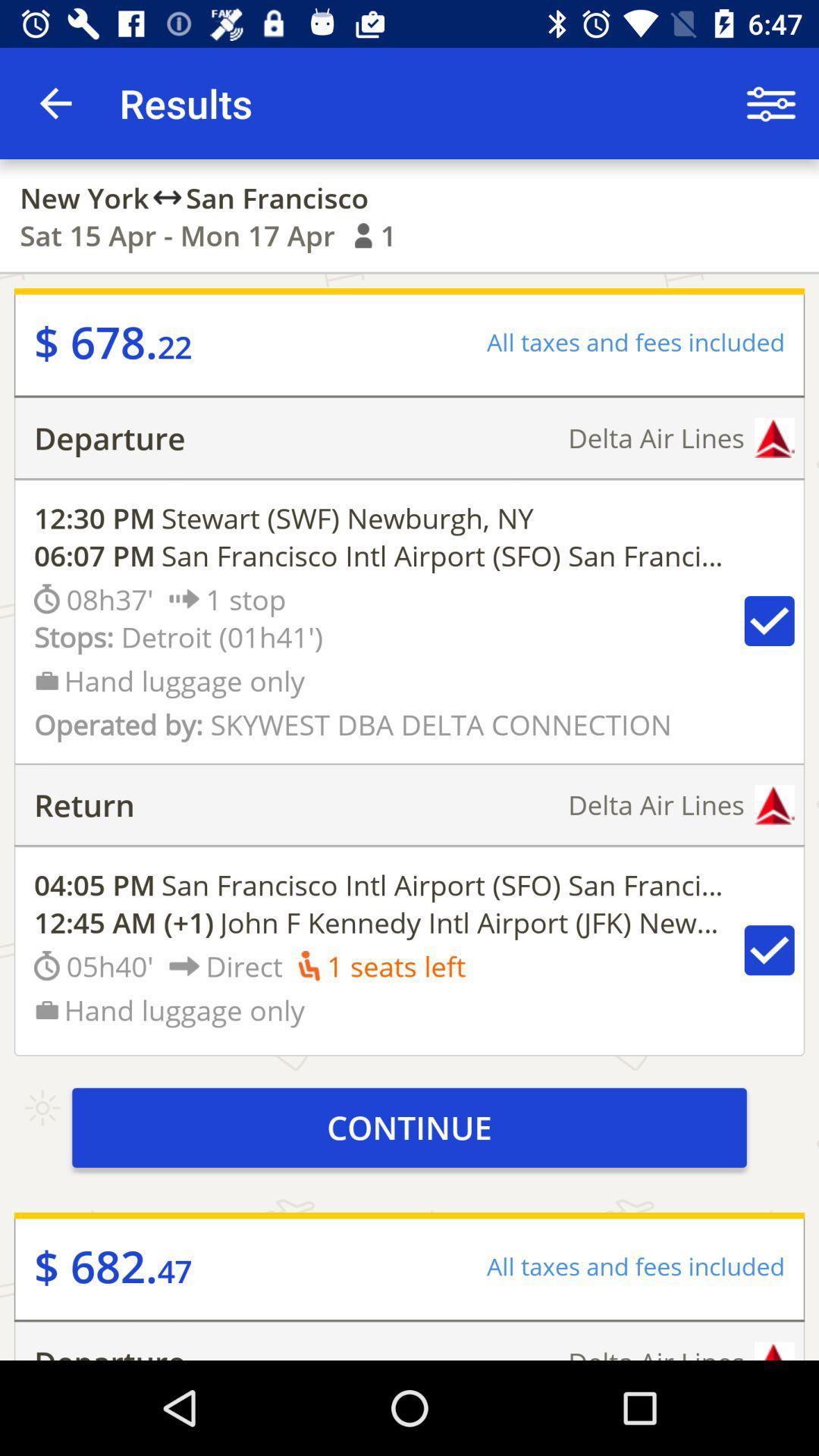 This screenshot has height=1456, width=819. Describe the element at coordinates (55, 102) in the screenshot. I see `icon above the new york icon` at that location.